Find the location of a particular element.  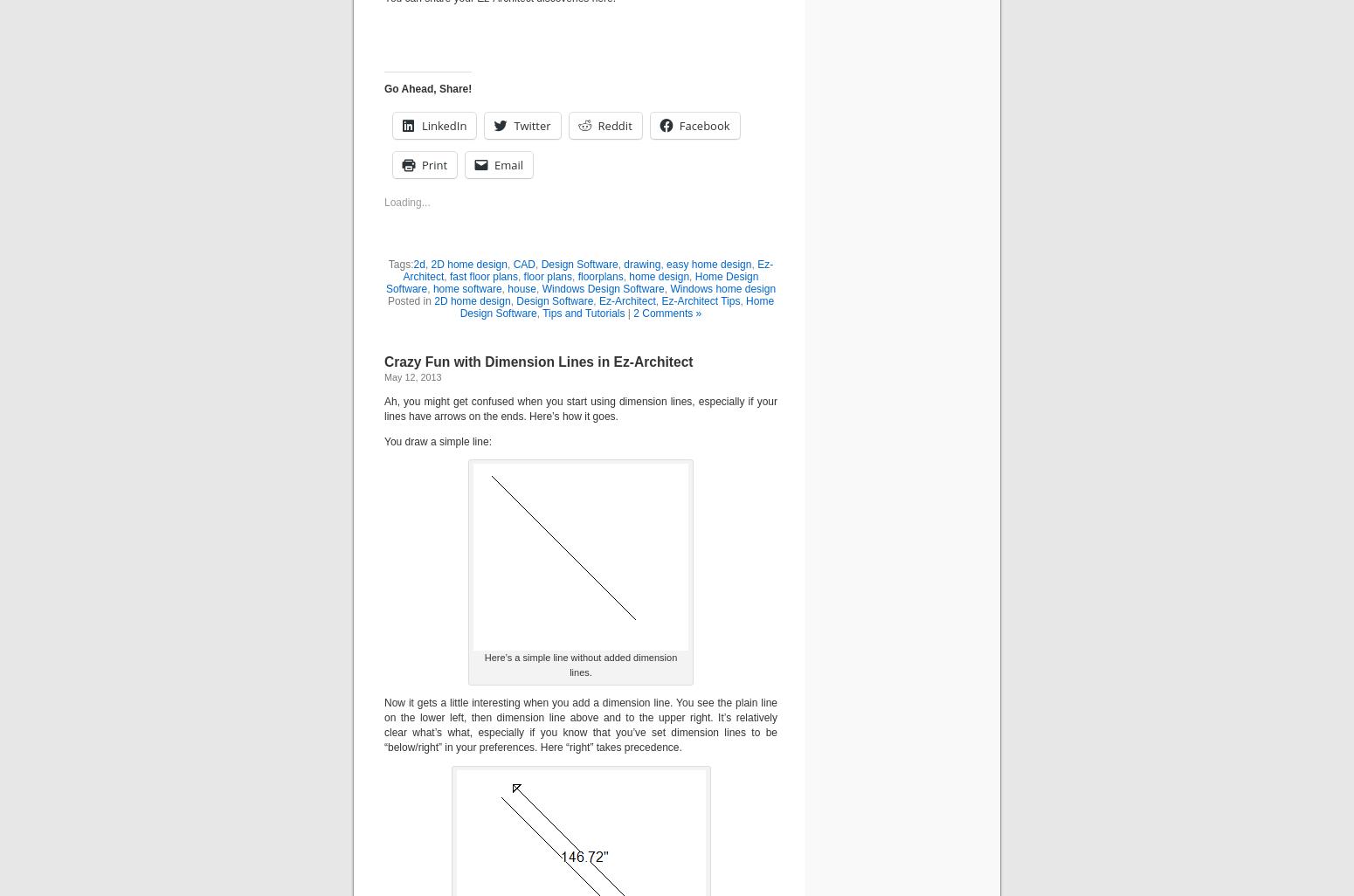

'Crazy Fun with Dimension Lines in Ez-Architect' is located at coordinates (538, 361).